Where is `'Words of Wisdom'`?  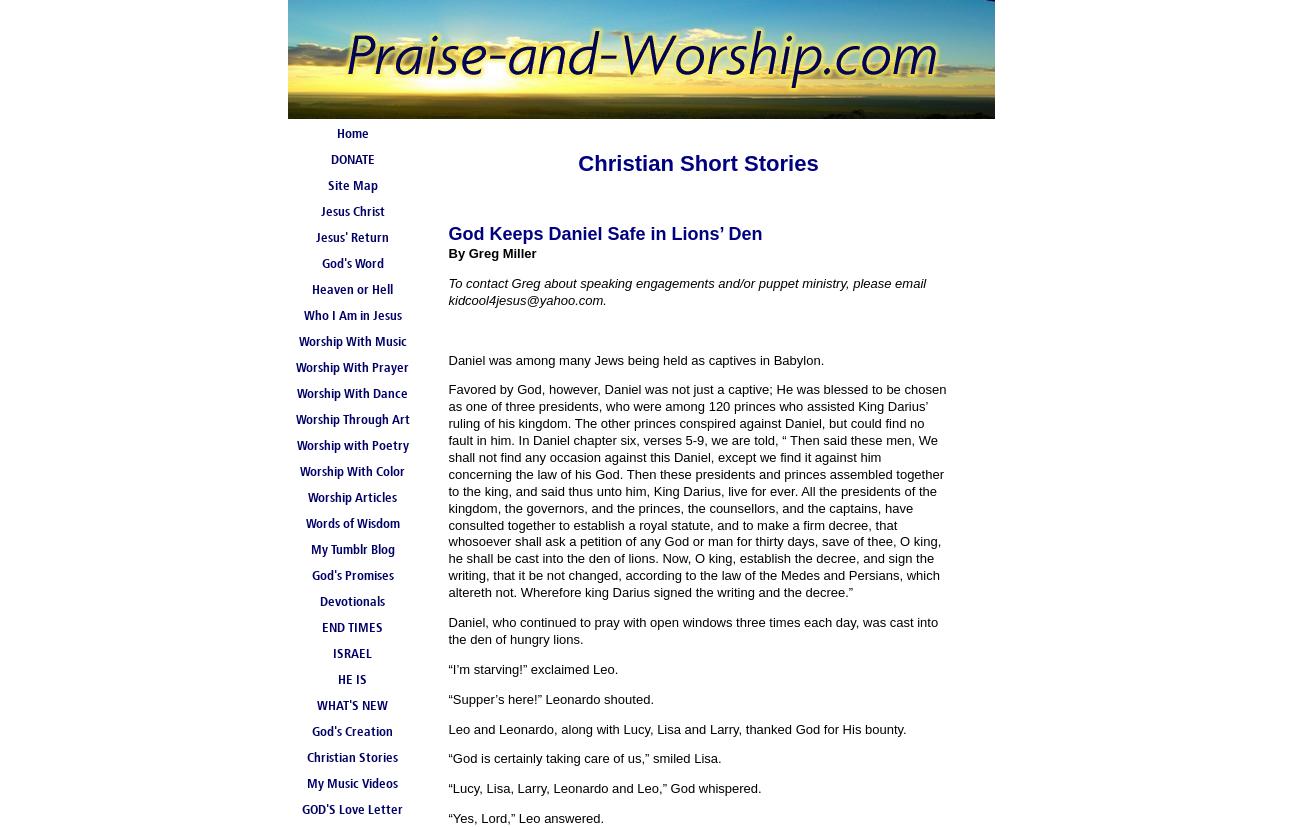 'Words of Wisdom' is located at coordinates (304, 523).